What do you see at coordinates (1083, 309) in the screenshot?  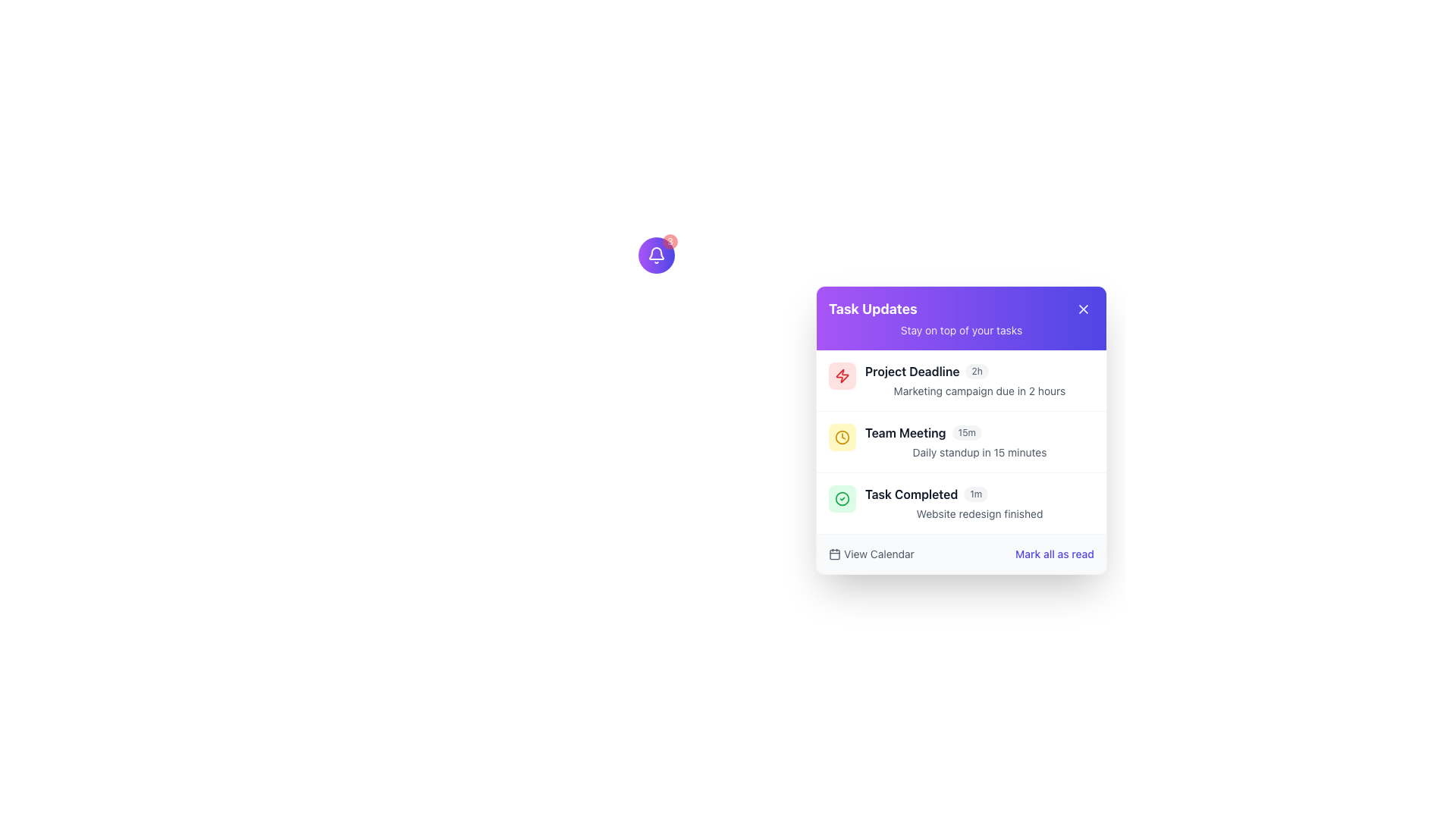 I see `the close button located in the top-right corner of the notification panel` at bounding box center [1083, 309].